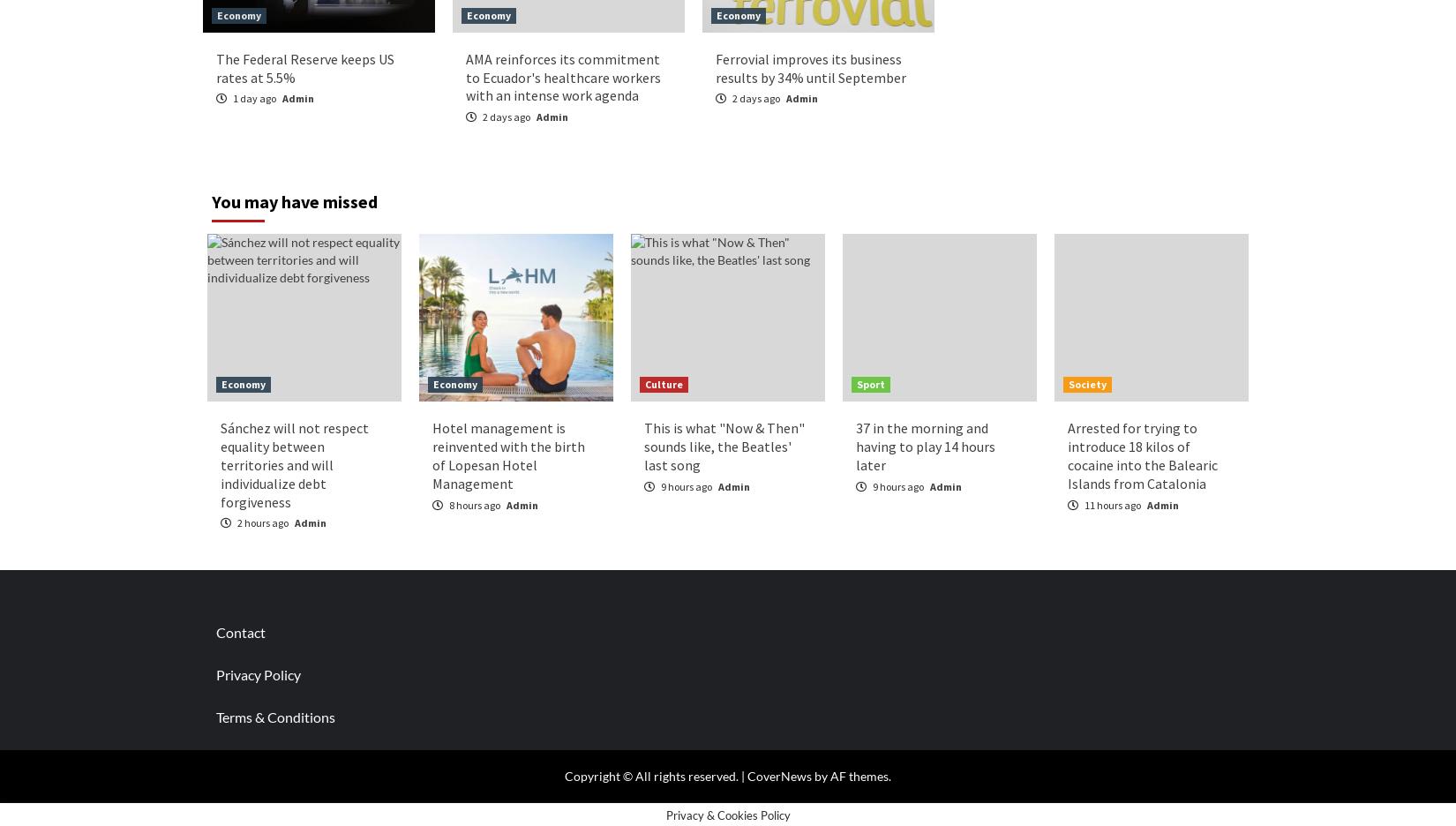 This screenshot has width=1456, height=826. I want to click on 'Arrested for trying to introduce 18 kilos of cocaine into the Balearic Islands from Catalonia', so click(1141, 455).